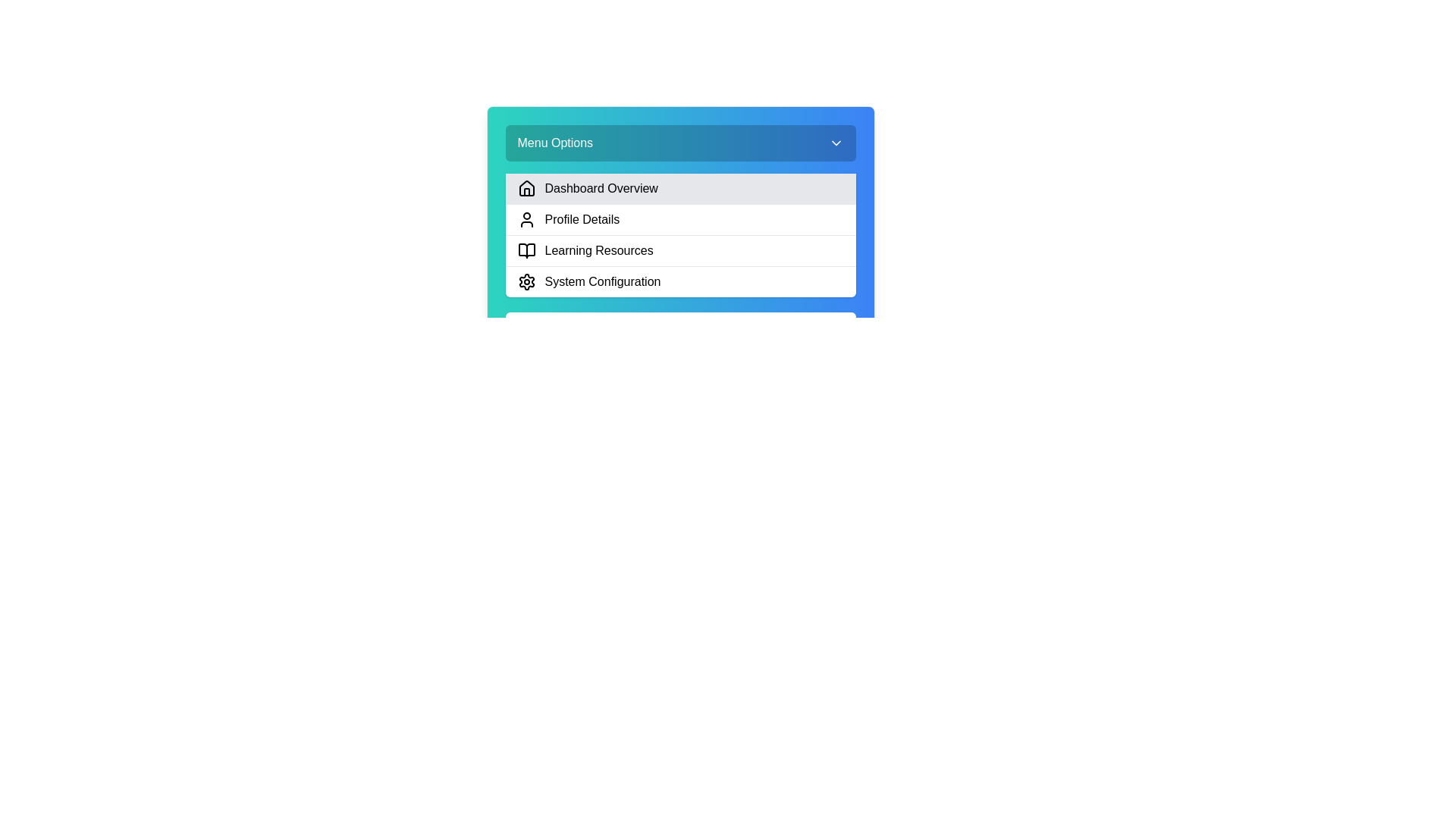  Describe the element at coordinates (526, 281) in the screenshot. I see `the gear icon with a simple line-art design located to the left of the 'System Configuration' text label in the menu entry` at that location.